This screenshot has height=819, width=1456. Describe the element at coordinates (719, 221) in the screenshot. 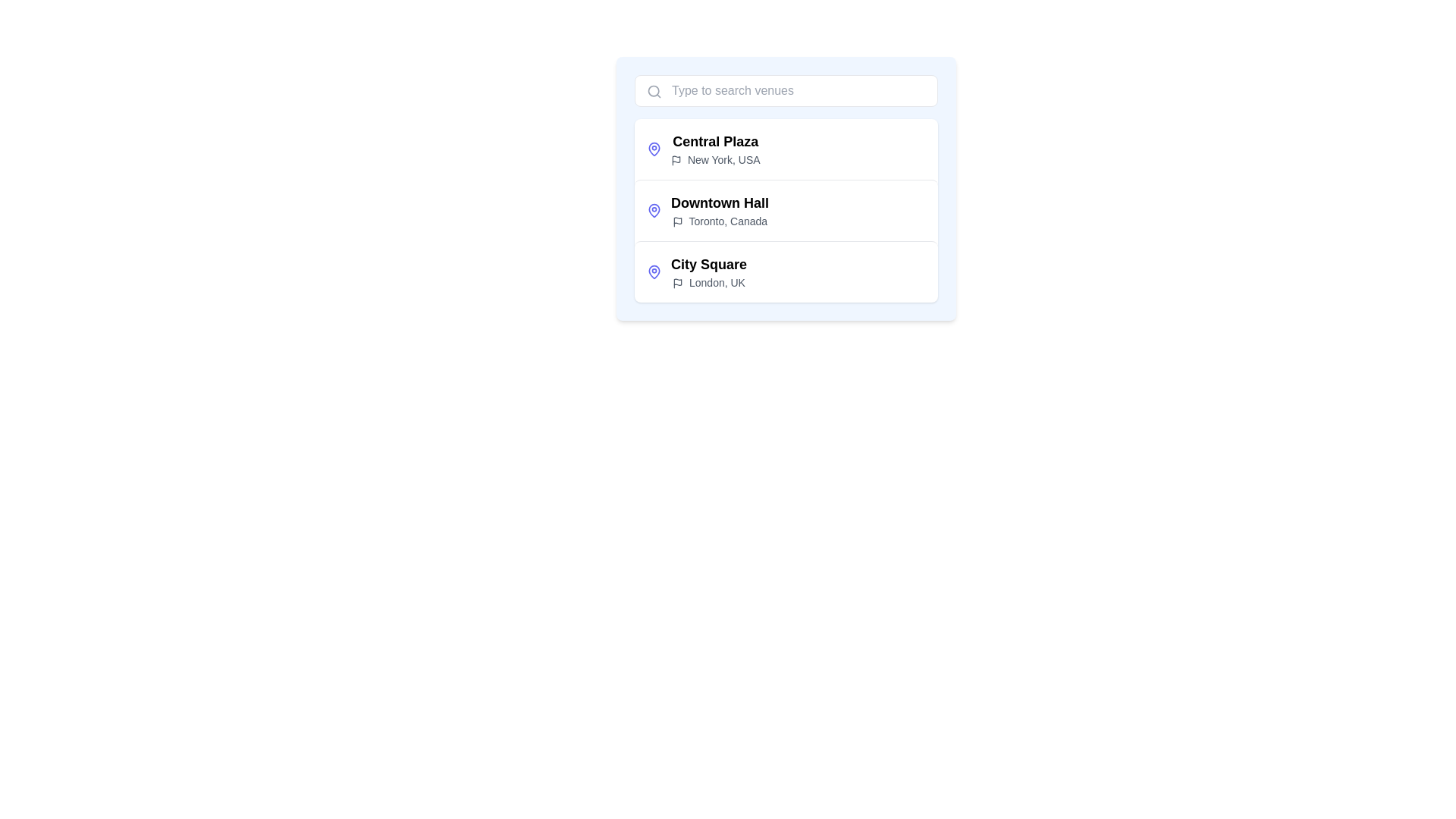

I see `the text label displaying 'Toronto, Canada' which is styled in a small-sized gray font and is located within the 'Downtown Hall' list item, directly below the title 'Downtown Hall'` at that location.